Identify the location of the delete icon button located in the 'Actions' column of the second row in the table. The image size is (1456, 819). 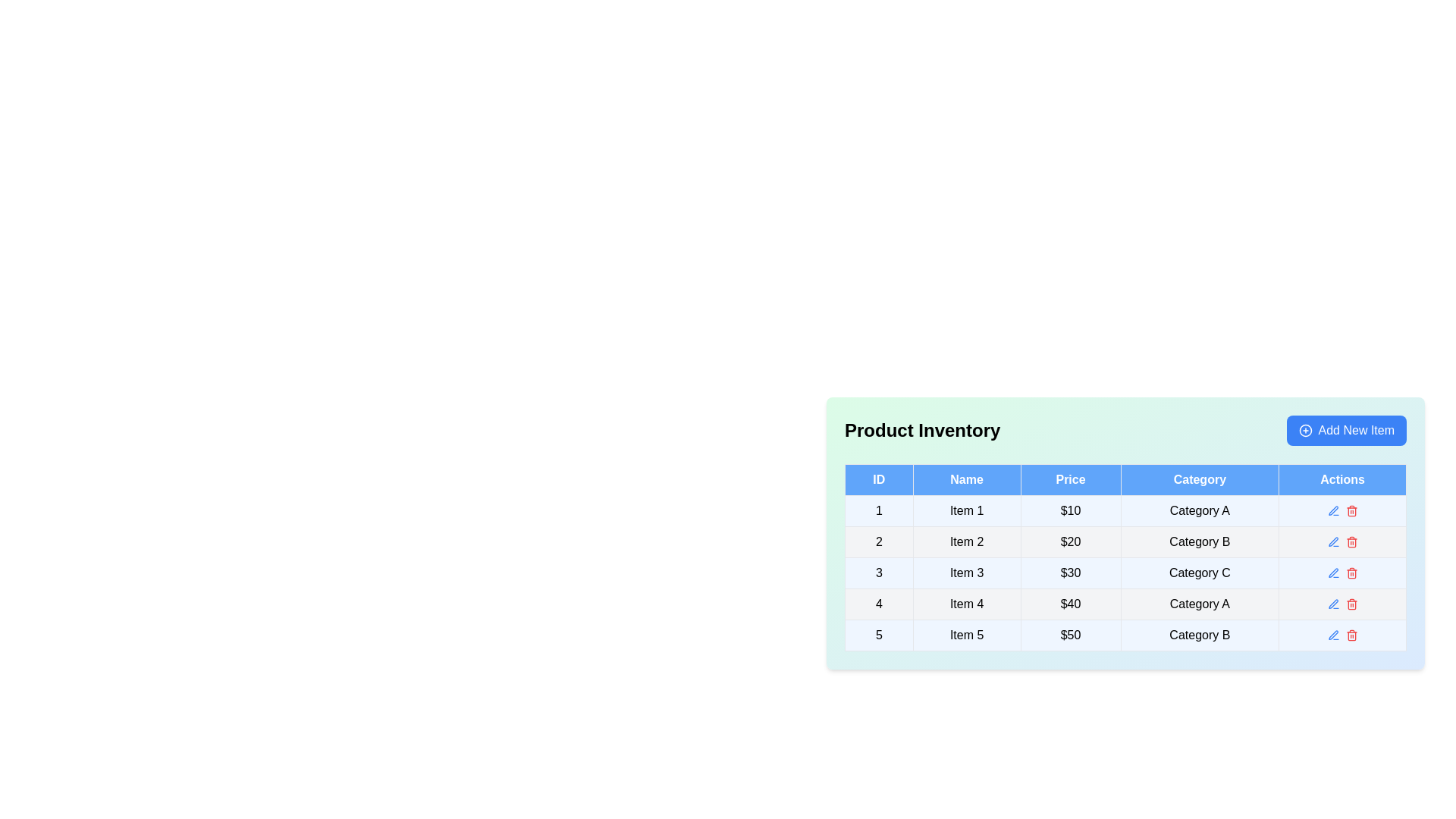
(1351, 541).